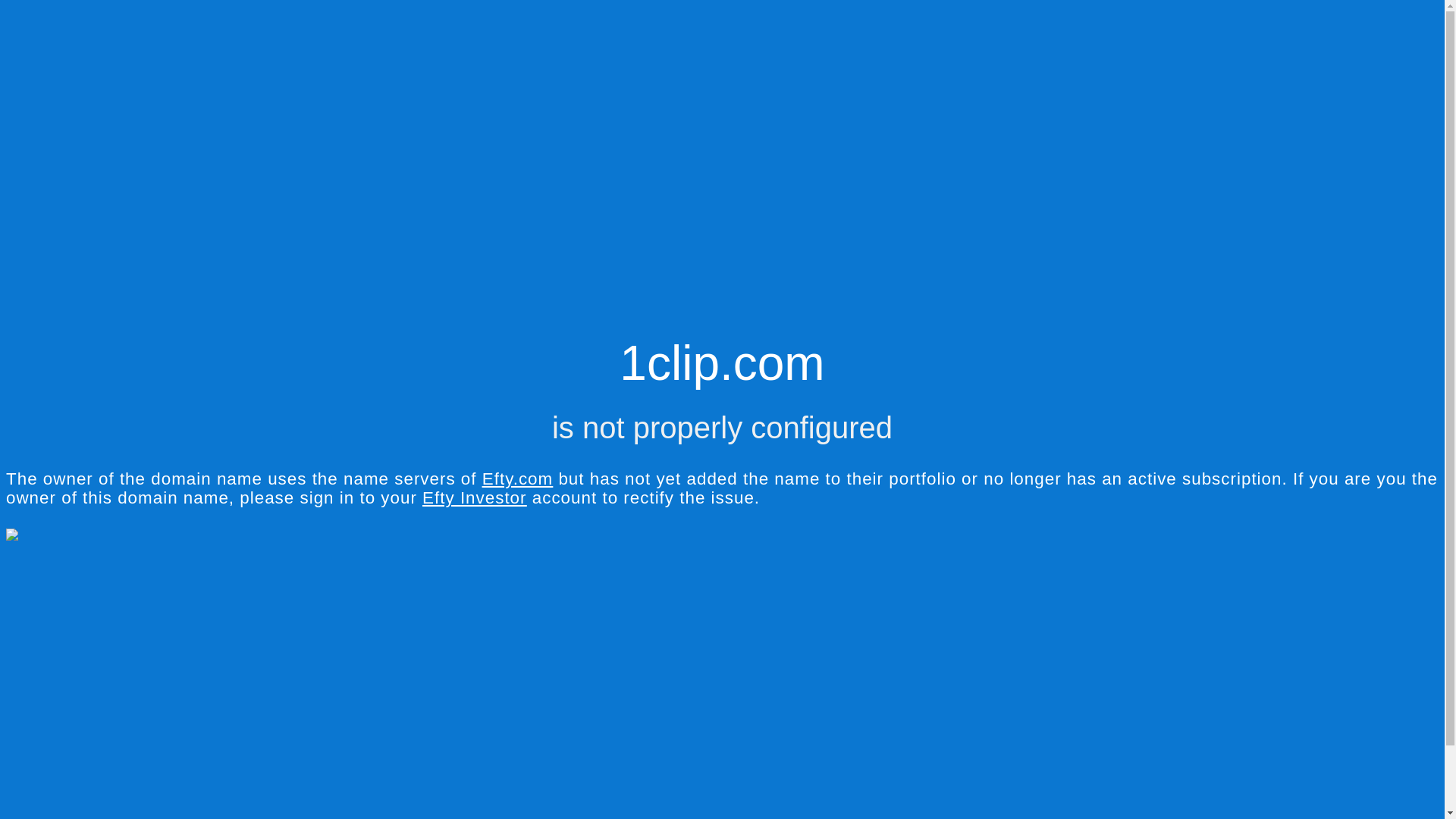  What do you see at coordinates (517, 479) in the screenshot?
I see `'Efty.com'` at bounding box center [517, 479].